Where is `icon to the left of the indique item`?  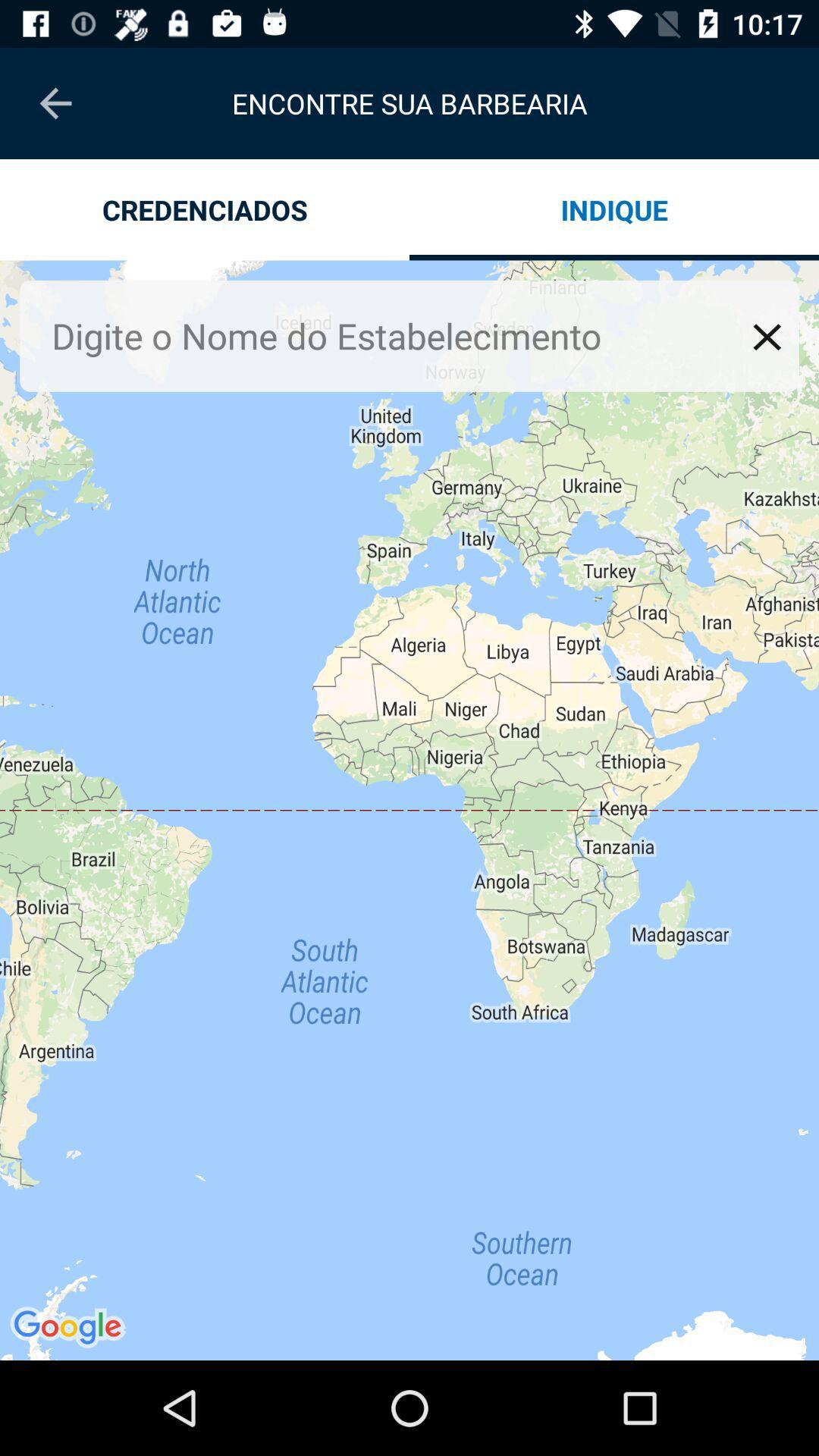
icon to the left of the indique item is located at coordinates (205, 209).